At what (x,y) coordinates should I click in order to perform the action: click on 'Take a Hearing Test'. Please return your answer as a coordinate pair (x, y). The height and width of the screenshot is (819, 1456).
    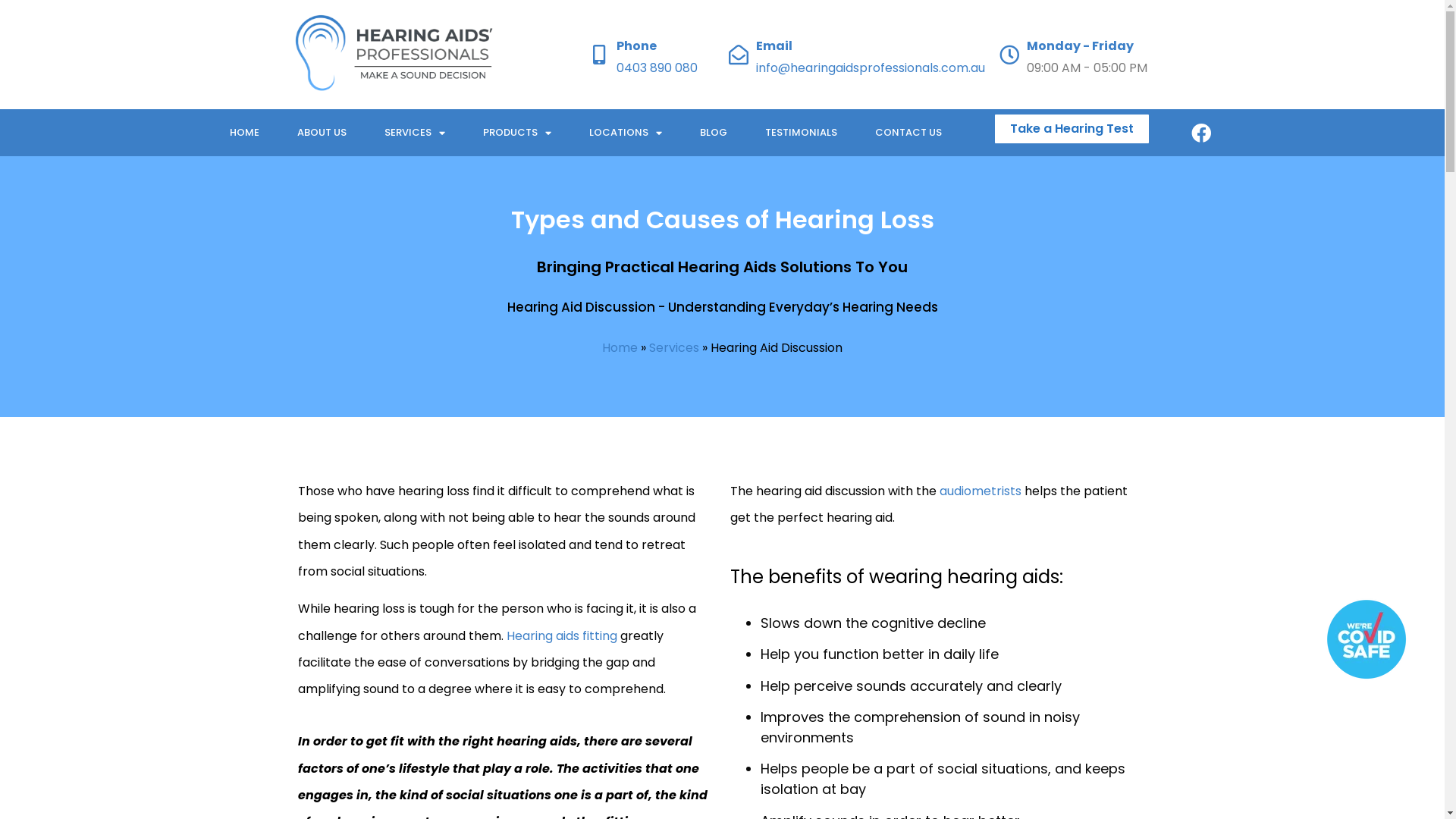
    Looking at the image, I should click on (1071, 127).